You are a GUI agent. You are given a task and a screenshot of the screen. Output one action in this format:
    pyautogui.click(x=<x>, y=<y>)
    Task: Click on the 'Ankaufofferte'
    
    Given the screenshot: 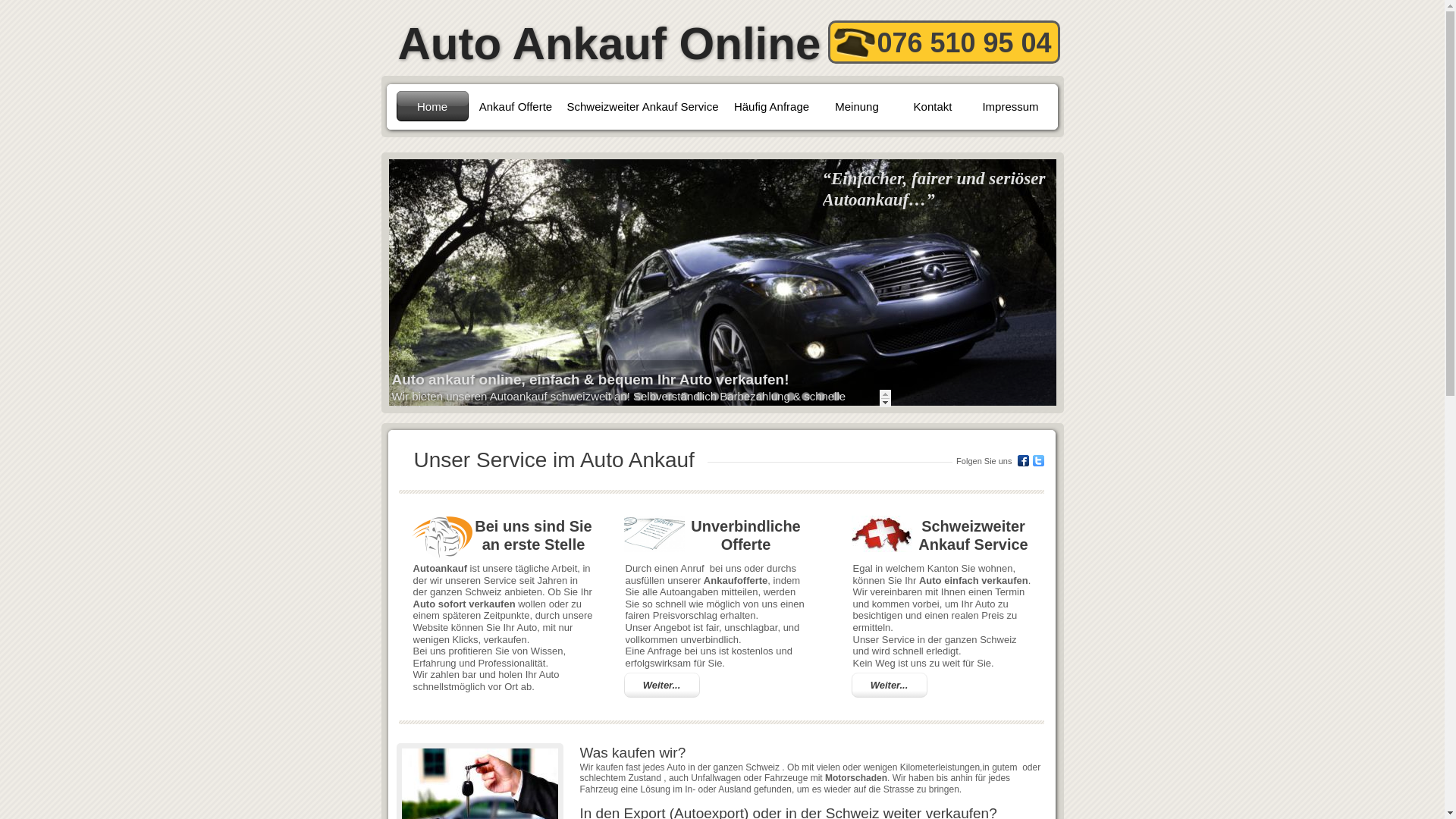 What is the action you would take?
    pyautogui.click(x=736, y=579)
    